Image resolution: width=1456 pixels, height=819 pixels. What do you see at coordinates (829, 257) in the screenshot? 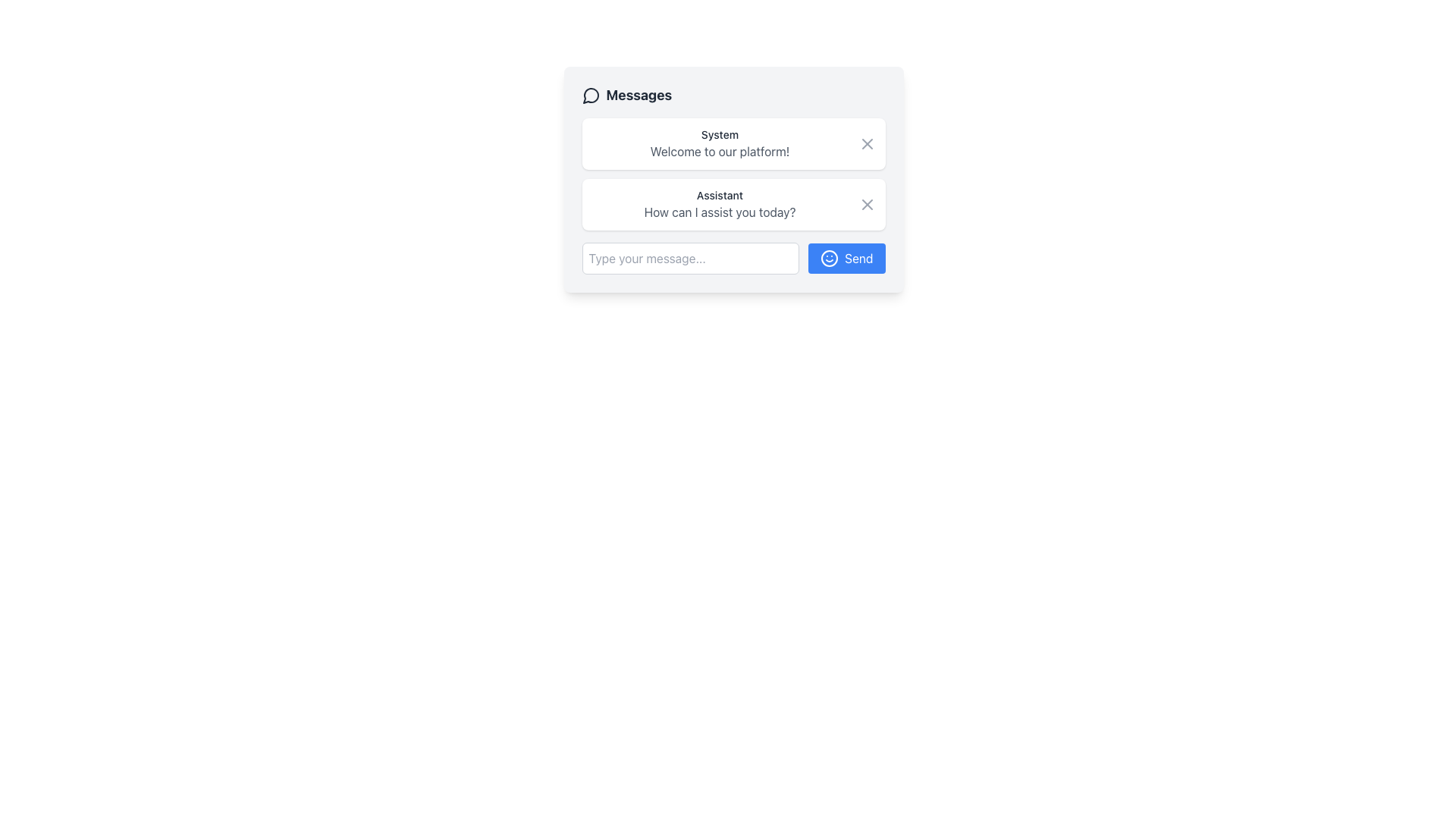
I see `the cheerful icon associated with the 'Send' button located at the bottom right of the chat interface` at bounding box center [829, 257].